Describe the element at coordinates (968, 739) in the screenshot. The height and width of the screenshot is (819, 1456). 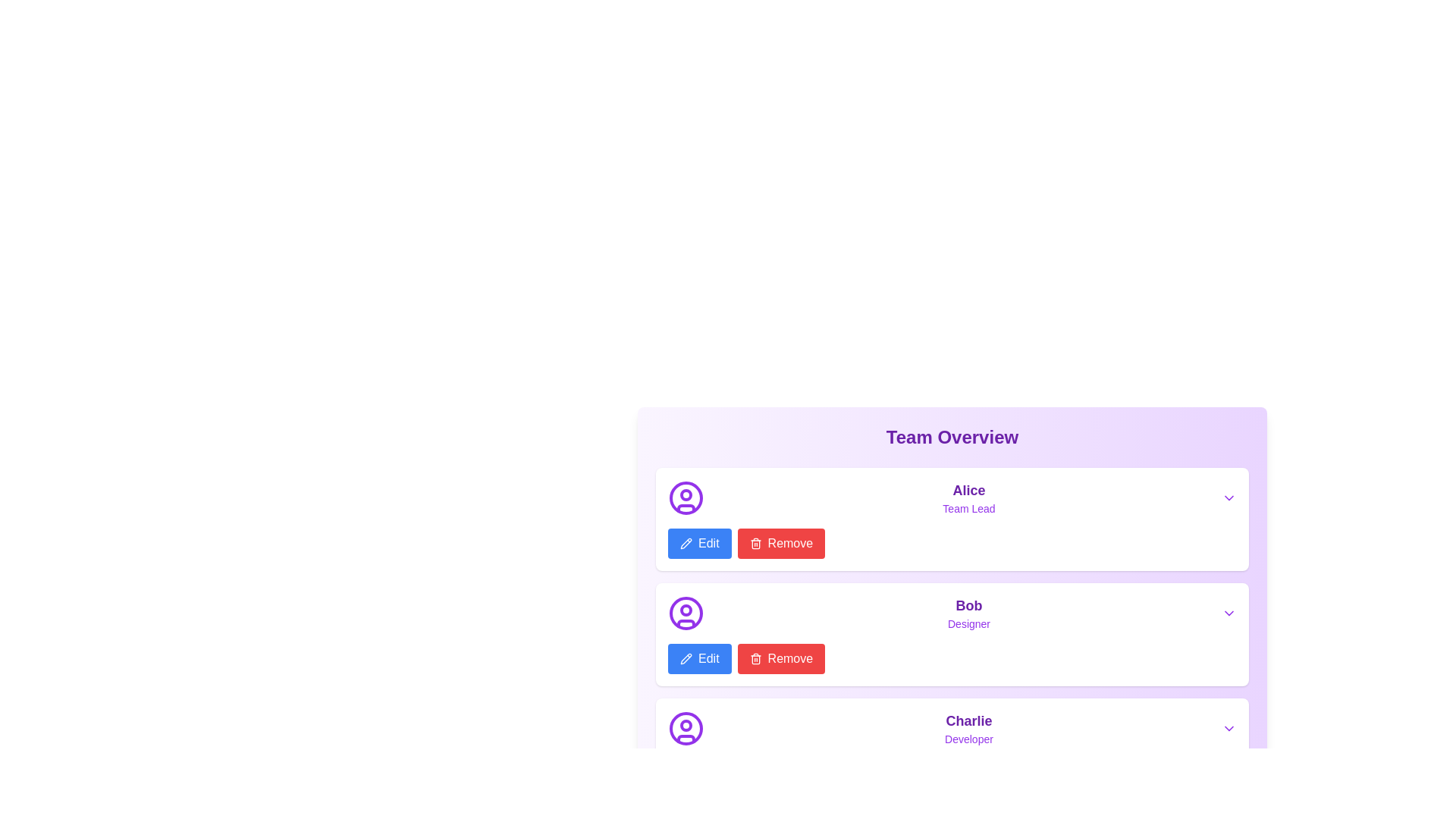
I see `the text label indicating the role 'Developer' associated with team member 'Charlie' in the Team Overview section` at that location.